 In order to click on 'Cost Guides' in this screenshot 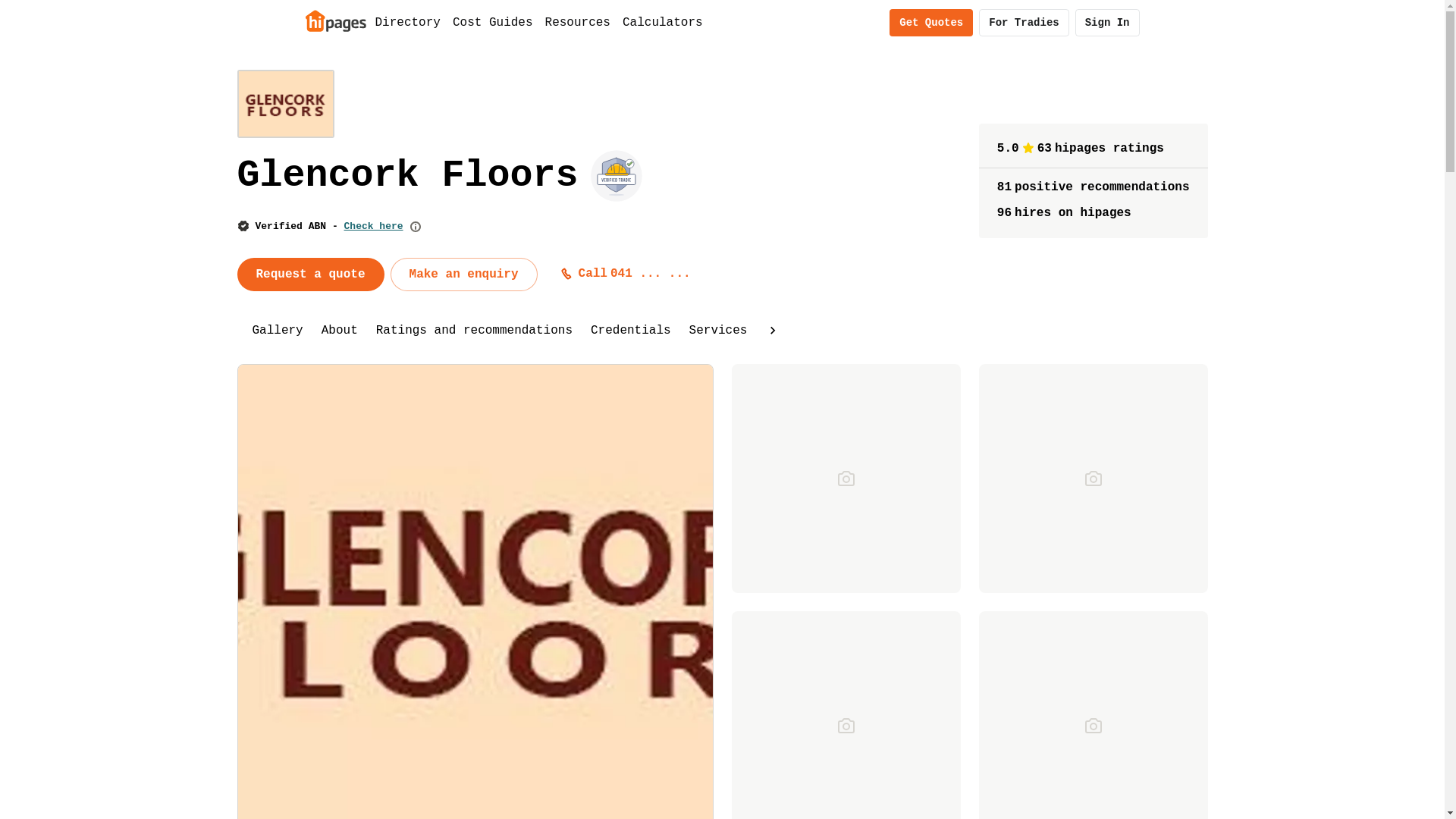, I will do `click(492, 23)`.